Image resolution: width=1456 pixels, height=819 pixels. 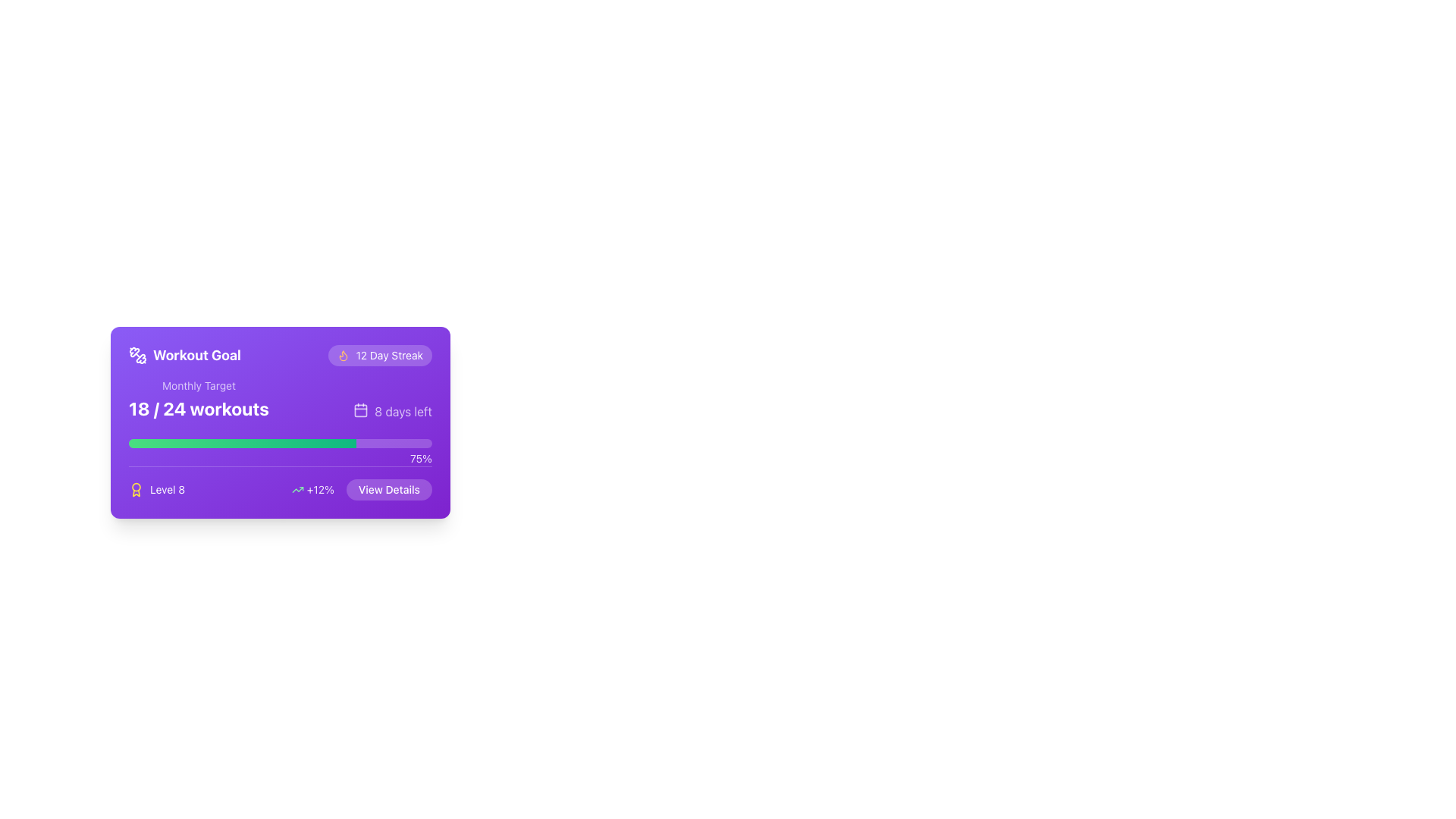 What do you see at coordinates (243, 444) in the screenshot?
I see `the progress bar segment indicating 75% completion, which is positioned above the text displaying '18/24 workouts' and '75%'` at bounding box center [243, 444].